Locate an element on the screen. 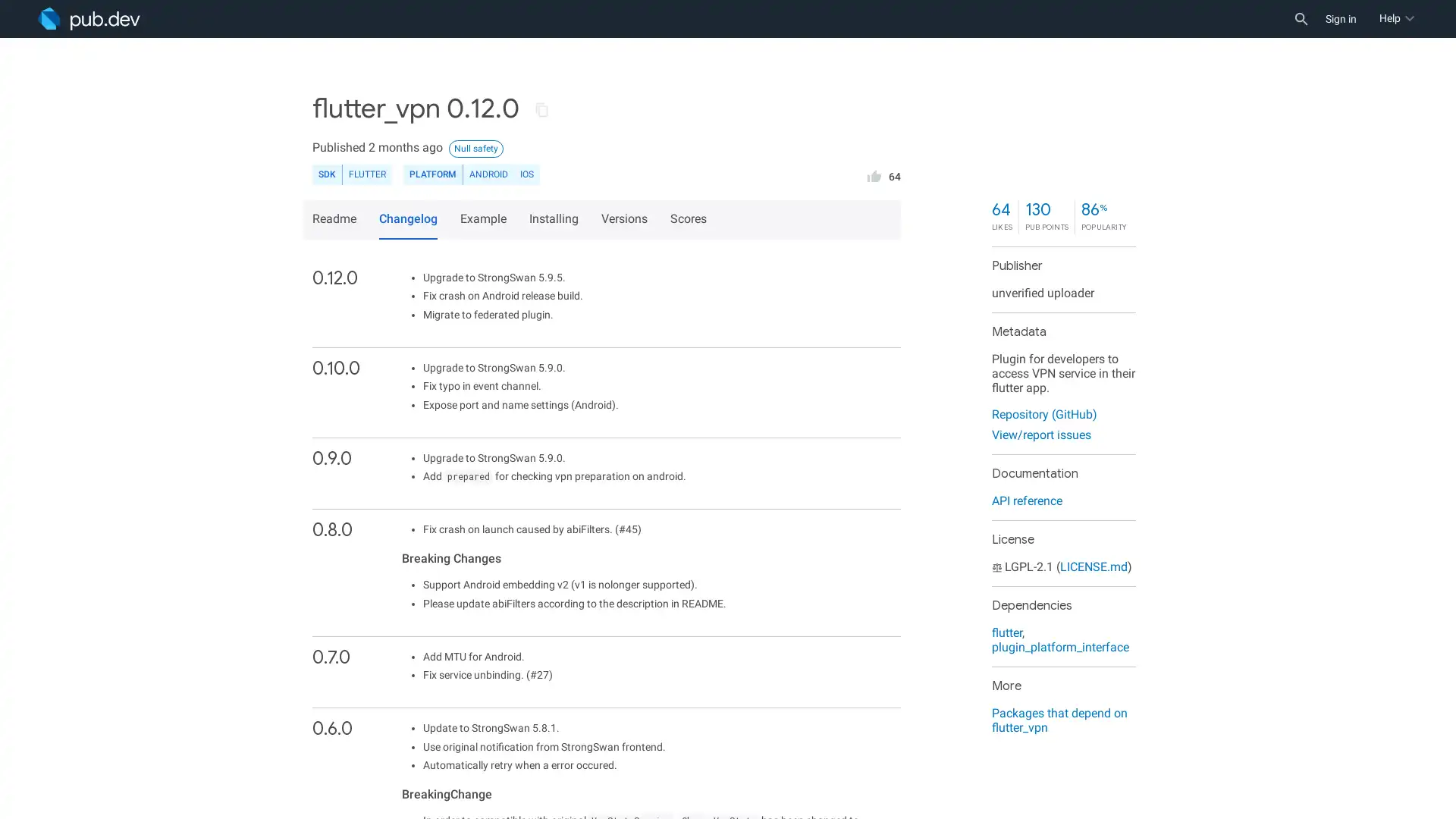 Image resolution: width=1456 pixels, height=819 pixels. Installing is located at coordinates (555, 219).